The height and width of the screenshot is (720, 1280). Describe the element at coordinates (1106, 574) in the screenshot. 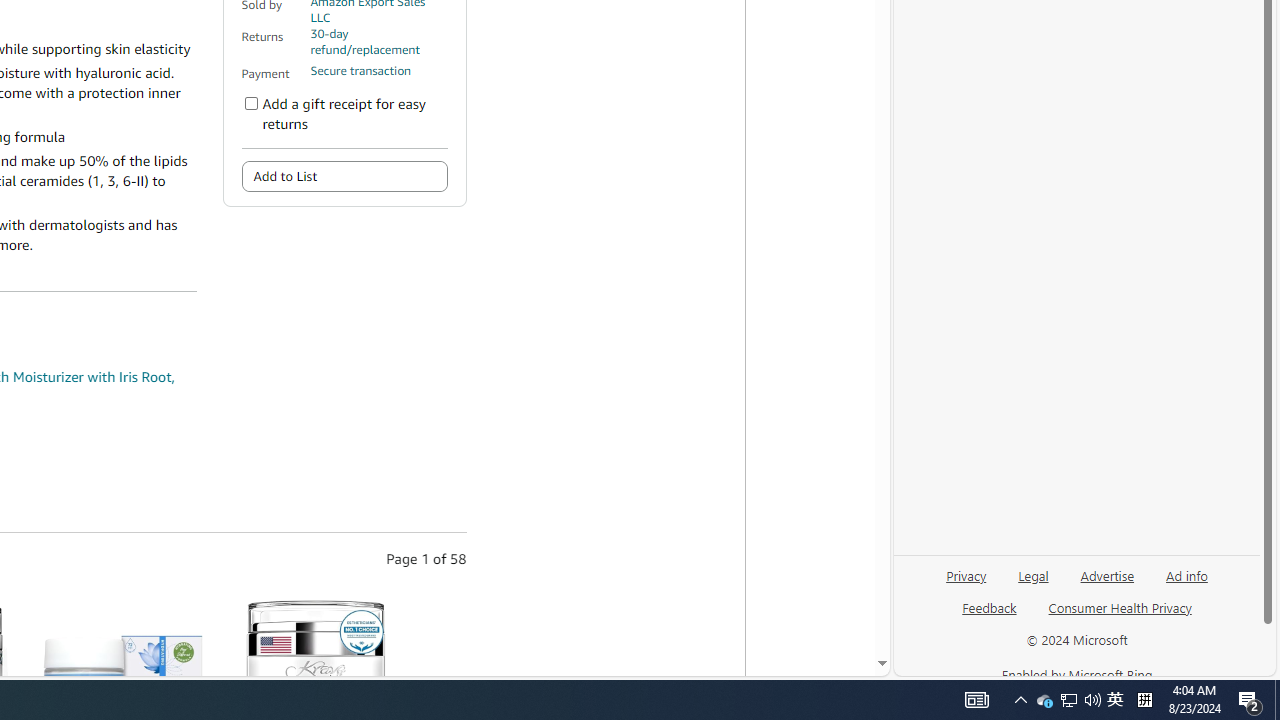

I see `'Advertise'` at that location.